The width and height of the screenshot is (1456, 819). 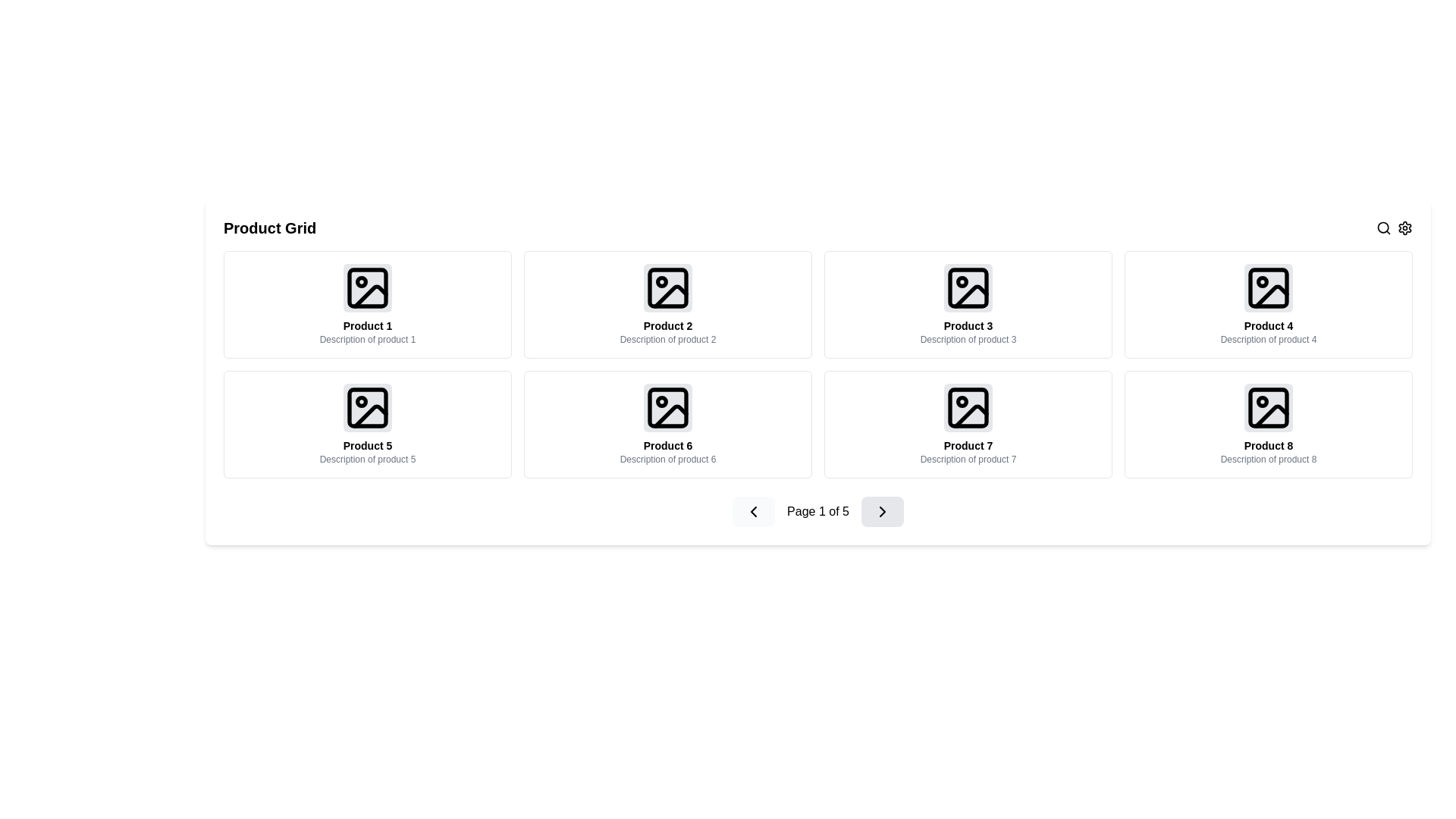 What do you see at coordinates (967, 424) in the screenshot?
I see `the product card representing Product 7, located` at bounding box center [967, 424].